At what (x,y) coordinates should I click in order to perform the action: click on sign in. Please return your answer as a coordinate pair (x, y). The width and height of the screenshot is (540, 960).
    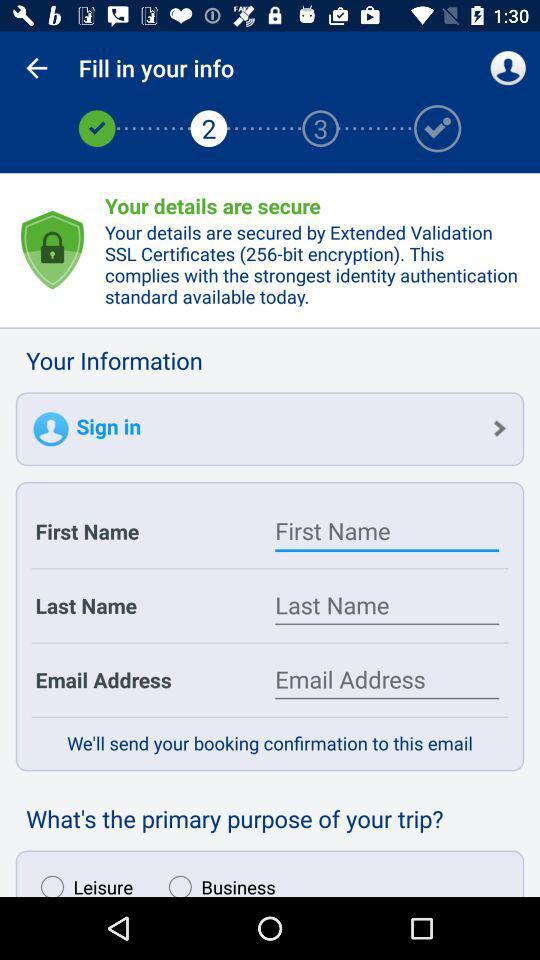
    Looking at the image, I should click on (270, 429).